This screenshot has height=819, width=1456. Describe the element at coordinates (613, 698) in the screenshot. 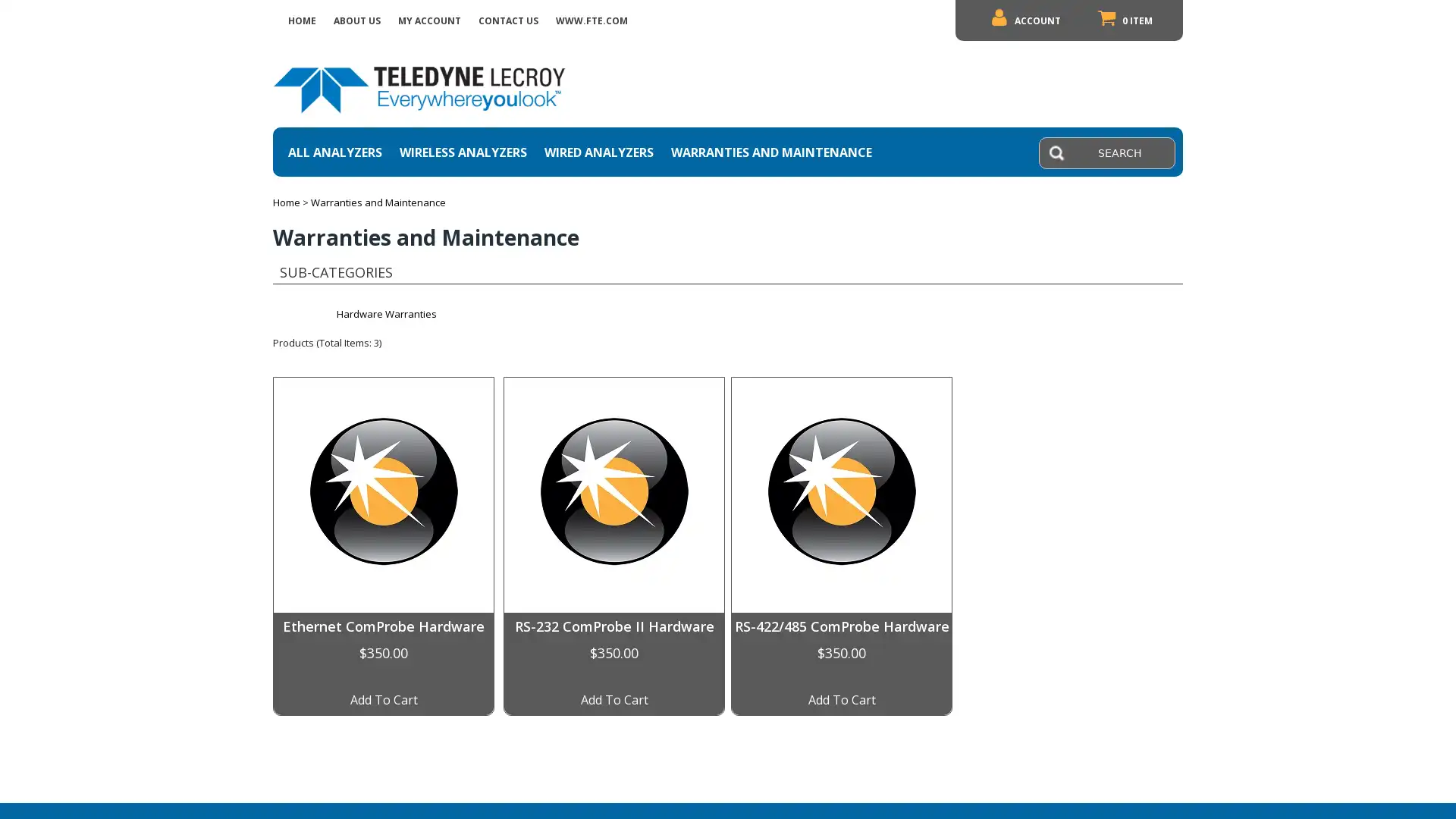

I see `Add To Cart` at that location.